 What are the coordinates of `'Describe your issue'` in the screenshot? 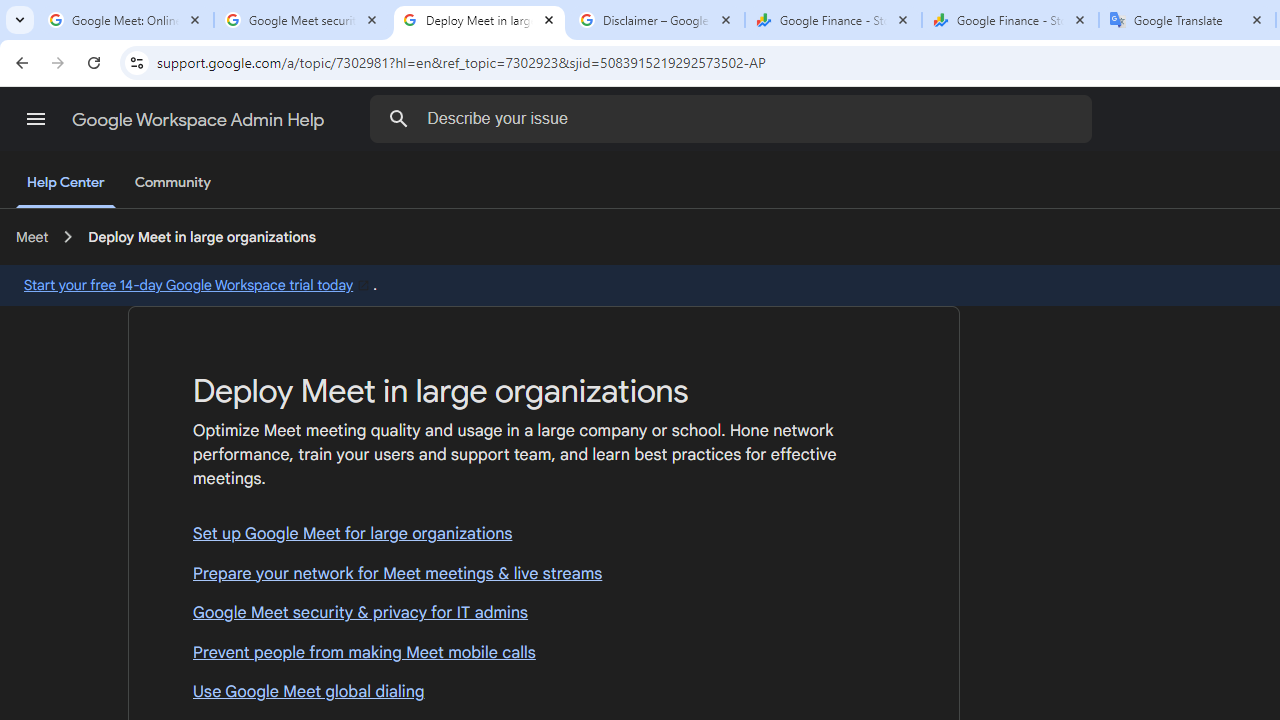 It's located at (734, 118).